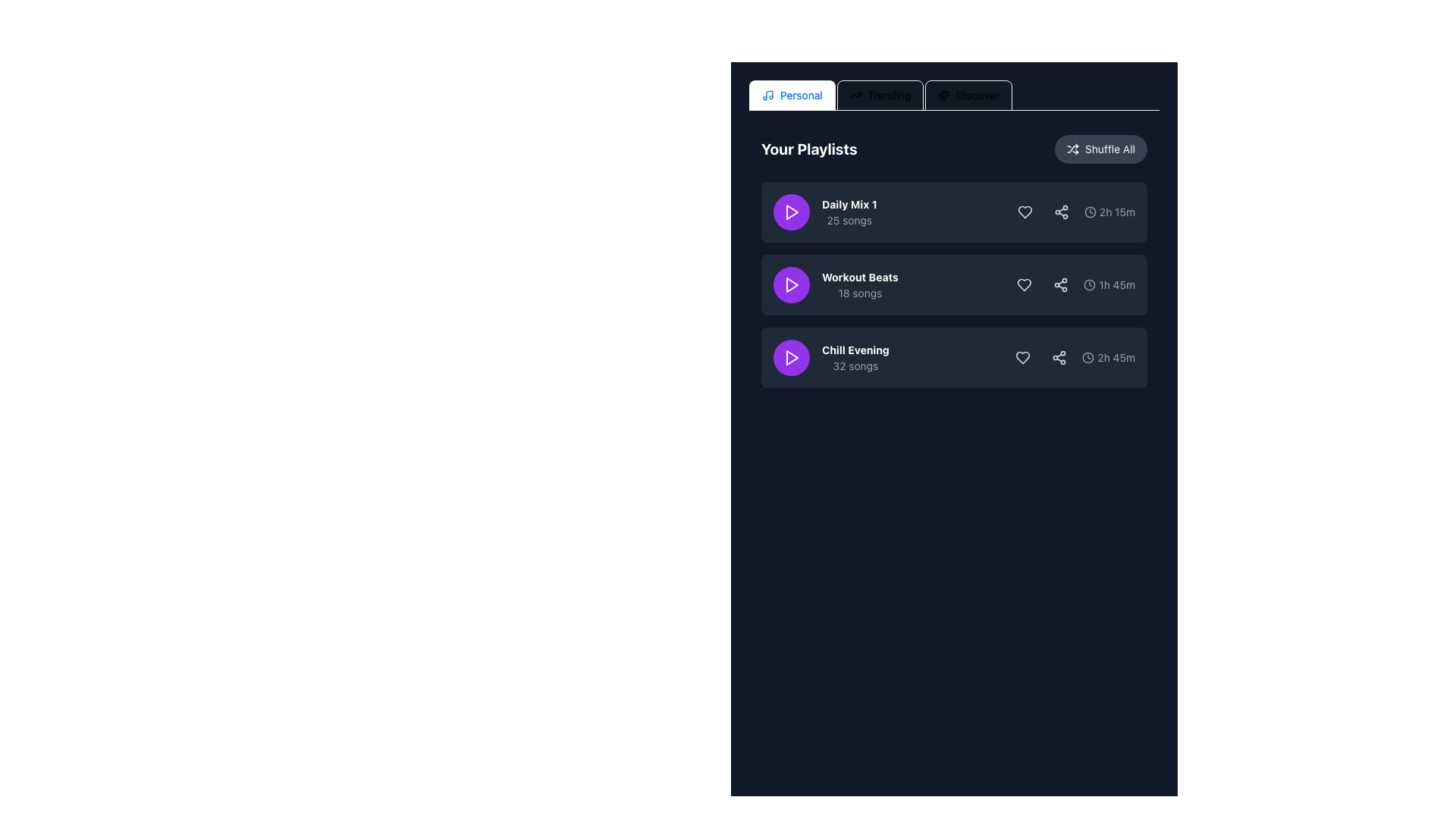 This screenshot has height=819, width=1456. What do you see at coordinates (1089, 212) in the screenshot?
I see `the circular outline of the clock icon located to the right of the 'Daily Mix 1' playlist in the playlist listing interface` at bounding box center [1089, 212].